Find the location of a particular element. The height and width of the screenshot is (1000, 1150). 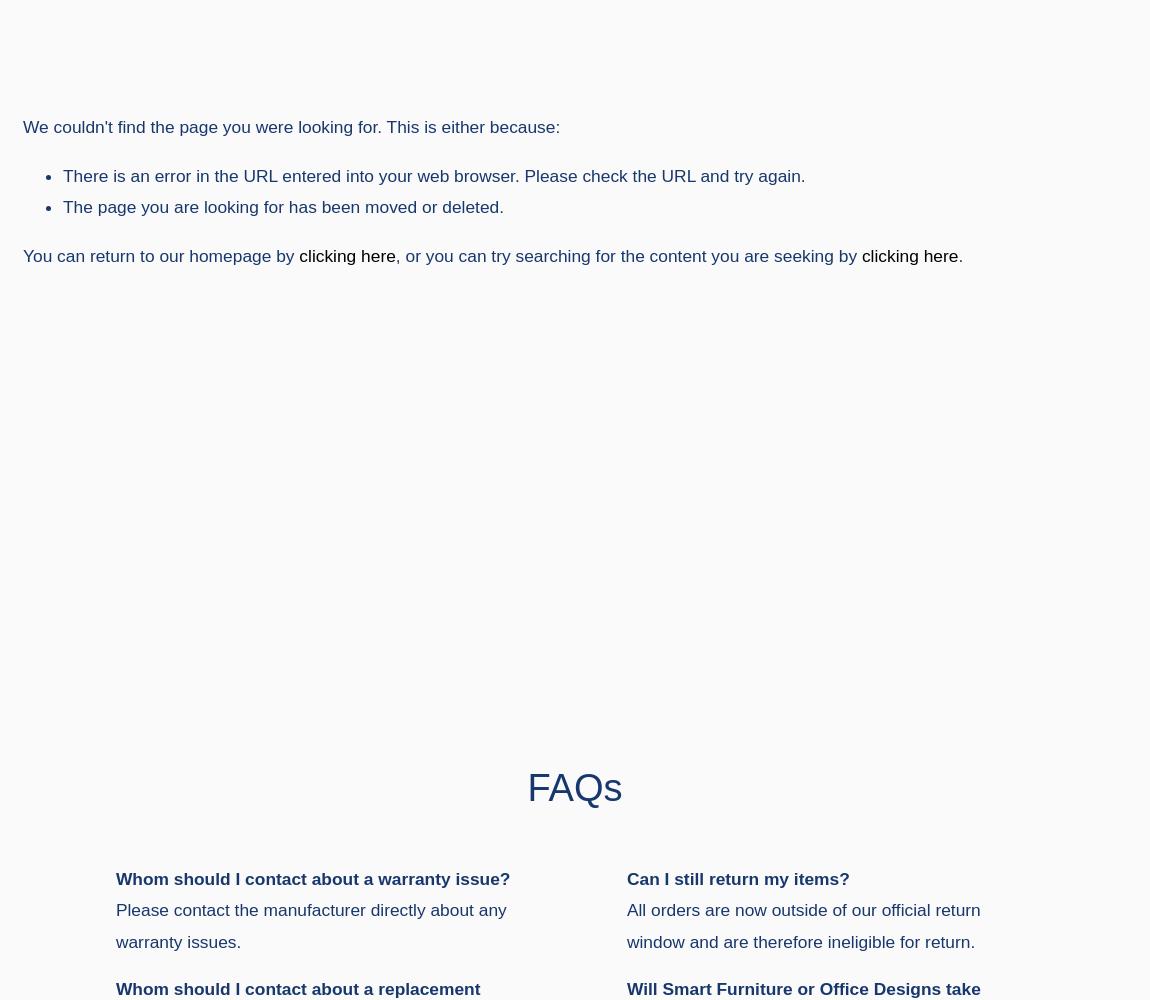

'Please contact the manufacturer directly about any warranty issues.' is located at coordinates (313, 925).